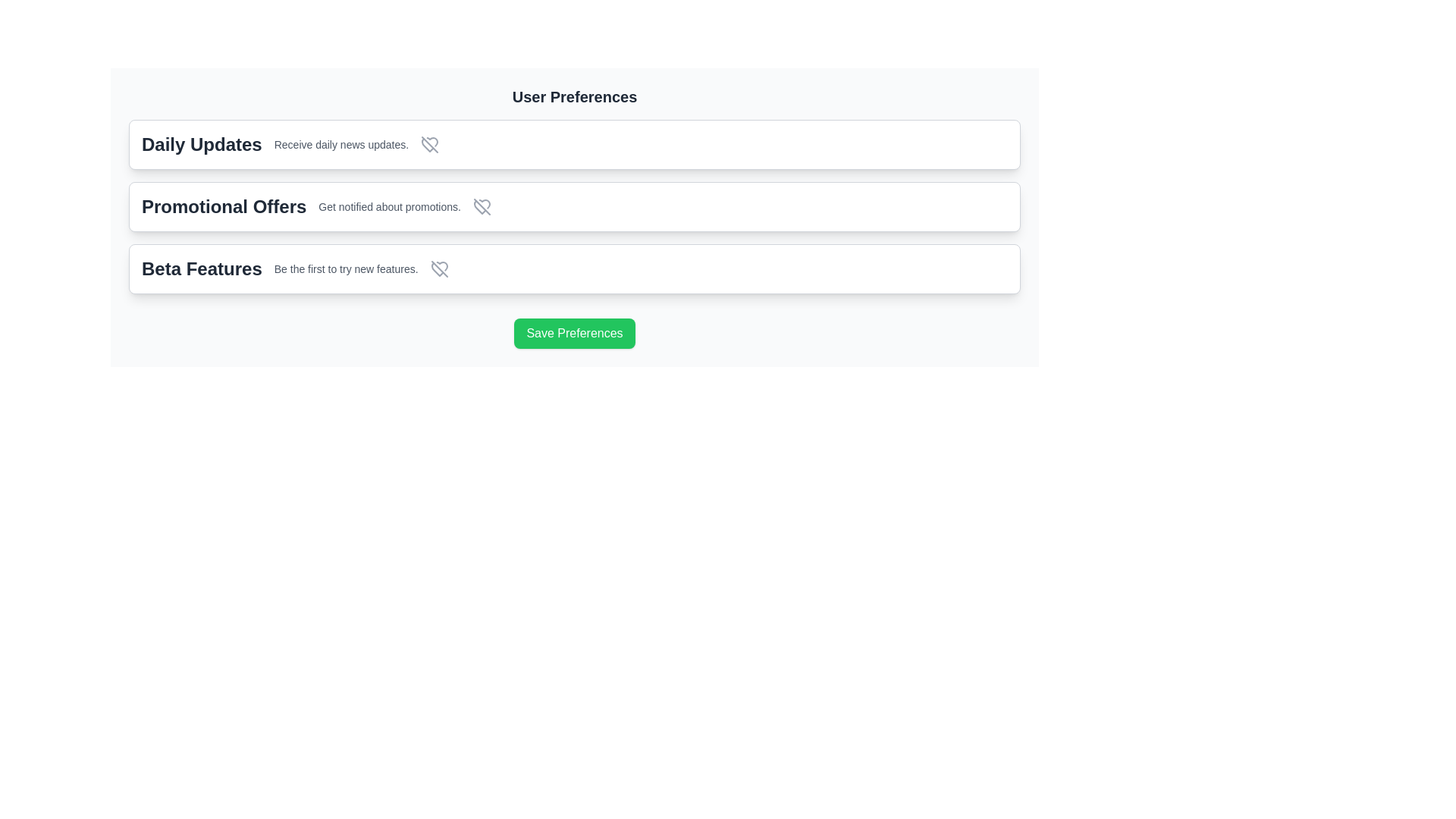 The width and height of the screenshot is (1456, 819). I want to click on the text label displaying 'Get notified about promotions.' which is positioned beneath the 'Promotional Offers' title, so click(390, 207).